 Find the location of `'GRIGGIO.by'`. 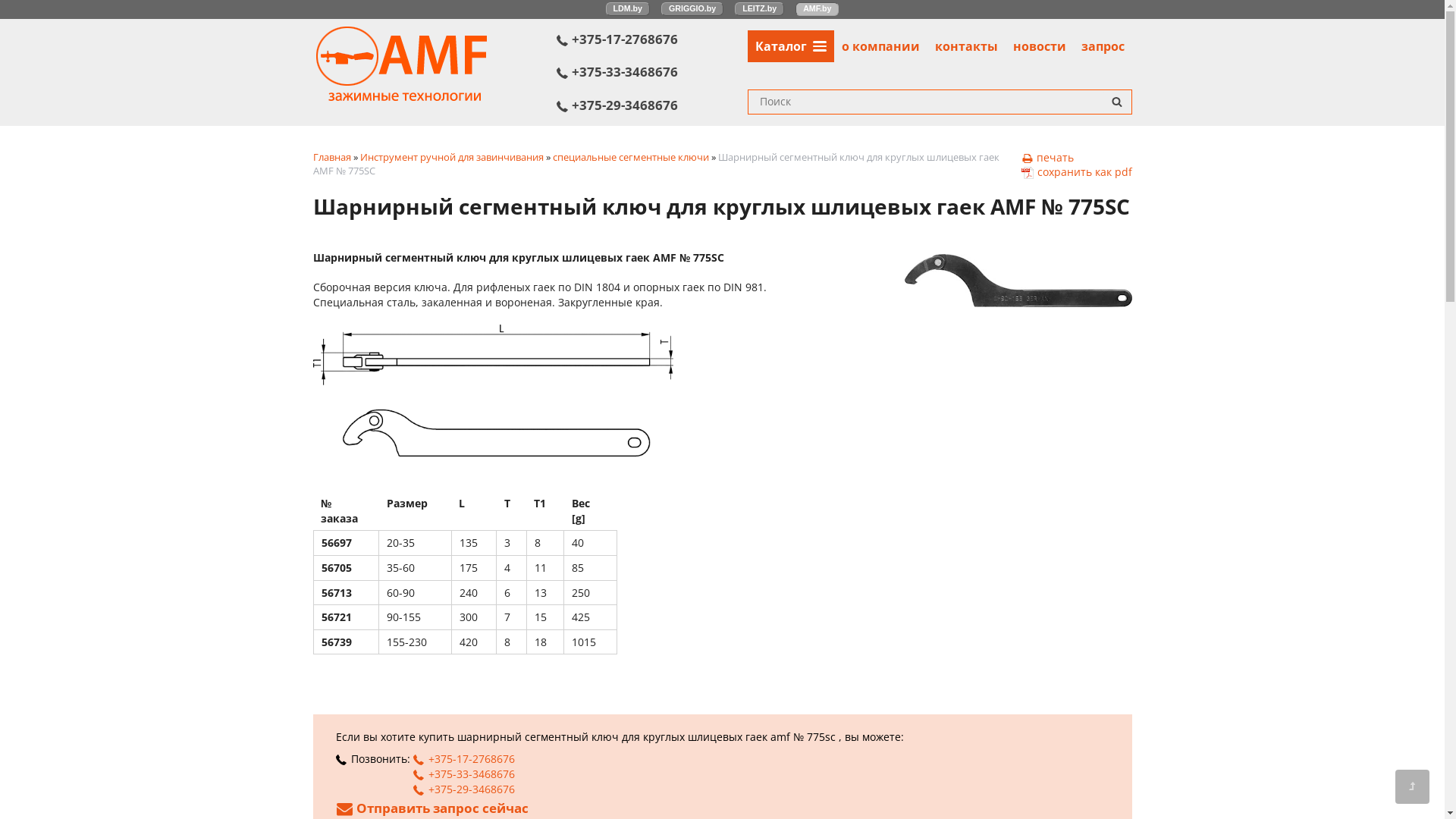

'GRIGGIO.by' is located at coordinates (691, 8).